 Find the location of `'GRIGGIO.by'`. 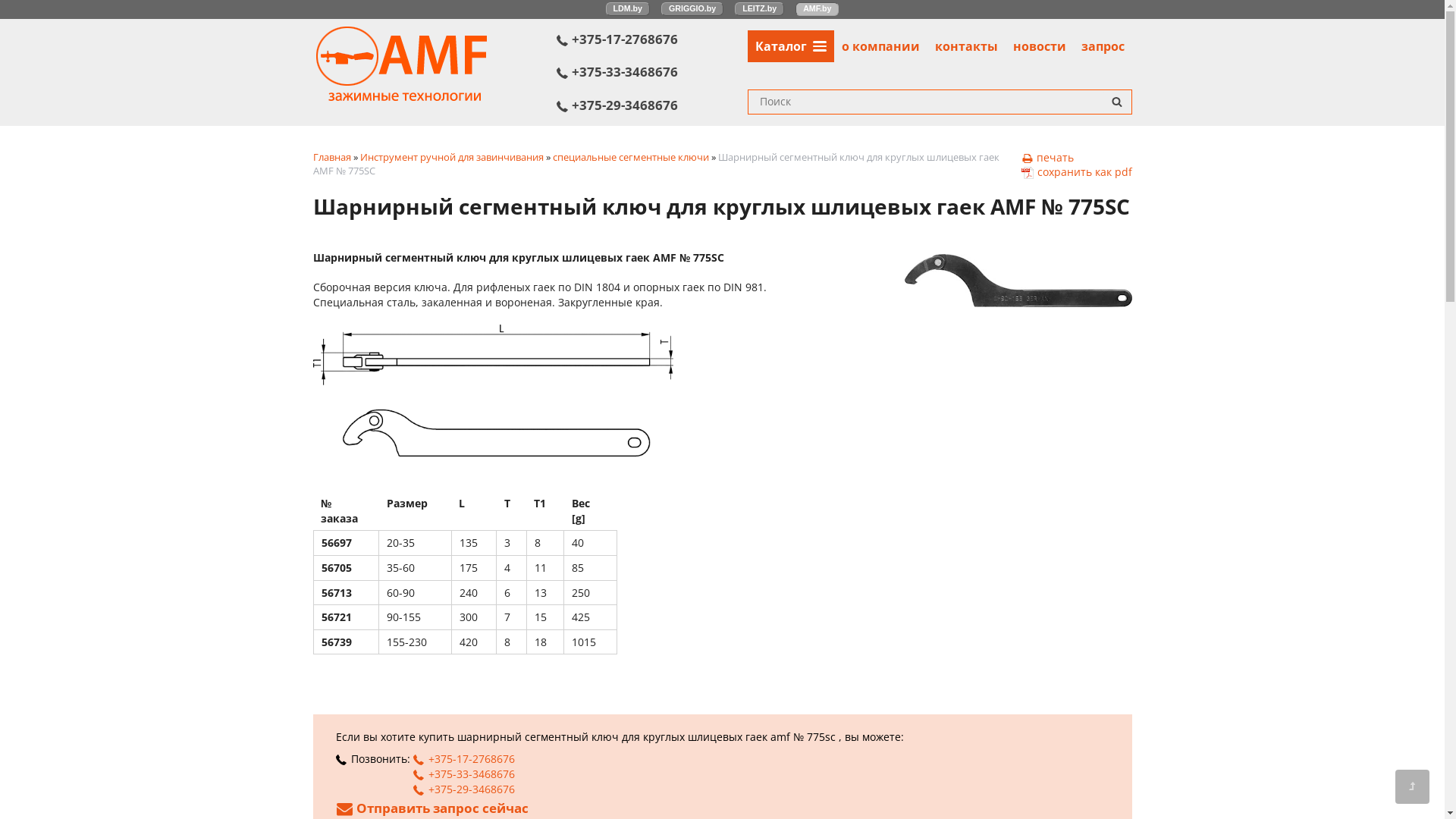

'GRIGGIO.by' is located at coordinates (691, 8).